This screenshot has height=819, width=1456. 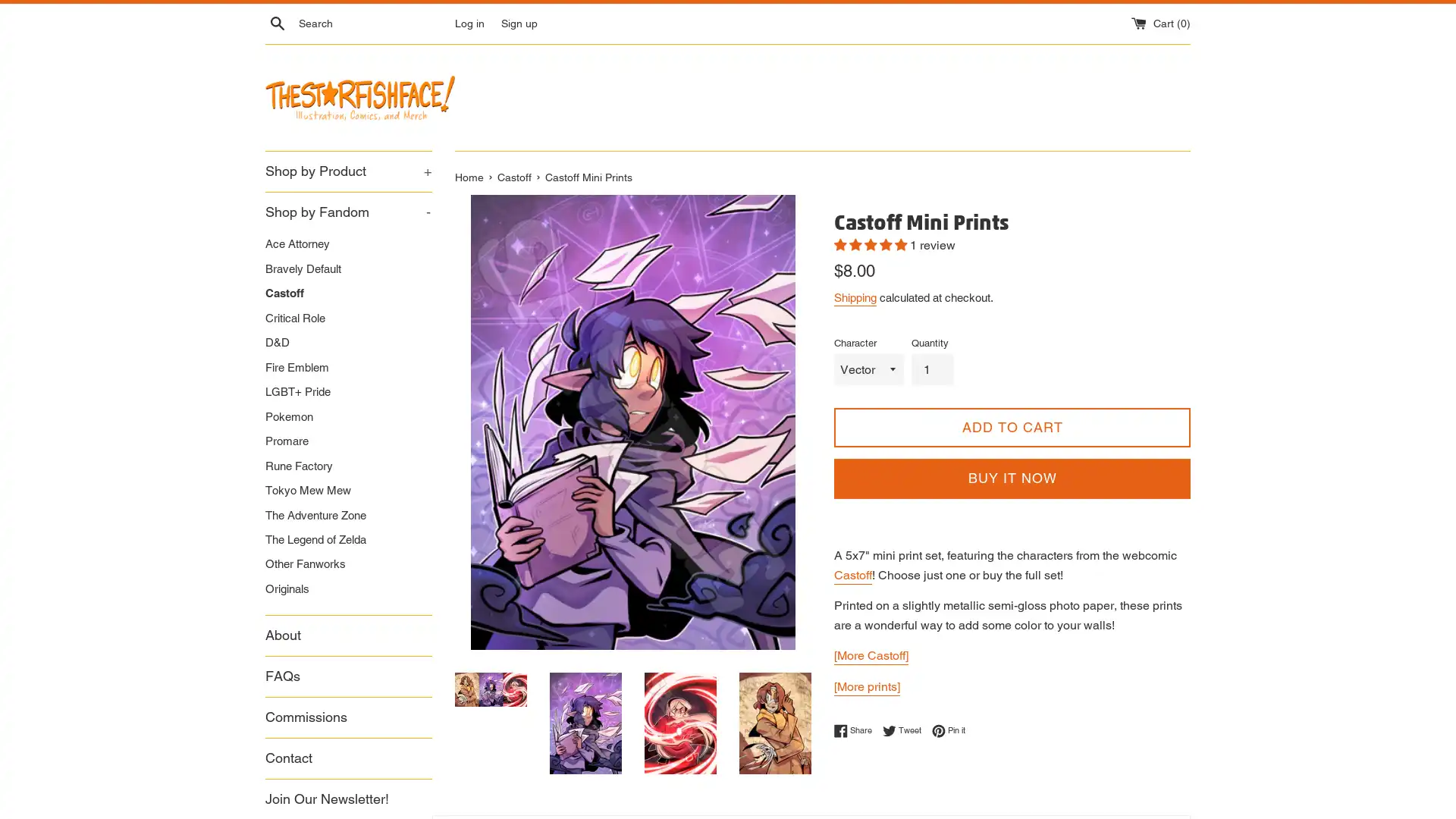 What do you see at coordinates (872, 243) in the screenshot?
I see `5.00 stars` at bounding box center [872, 243].